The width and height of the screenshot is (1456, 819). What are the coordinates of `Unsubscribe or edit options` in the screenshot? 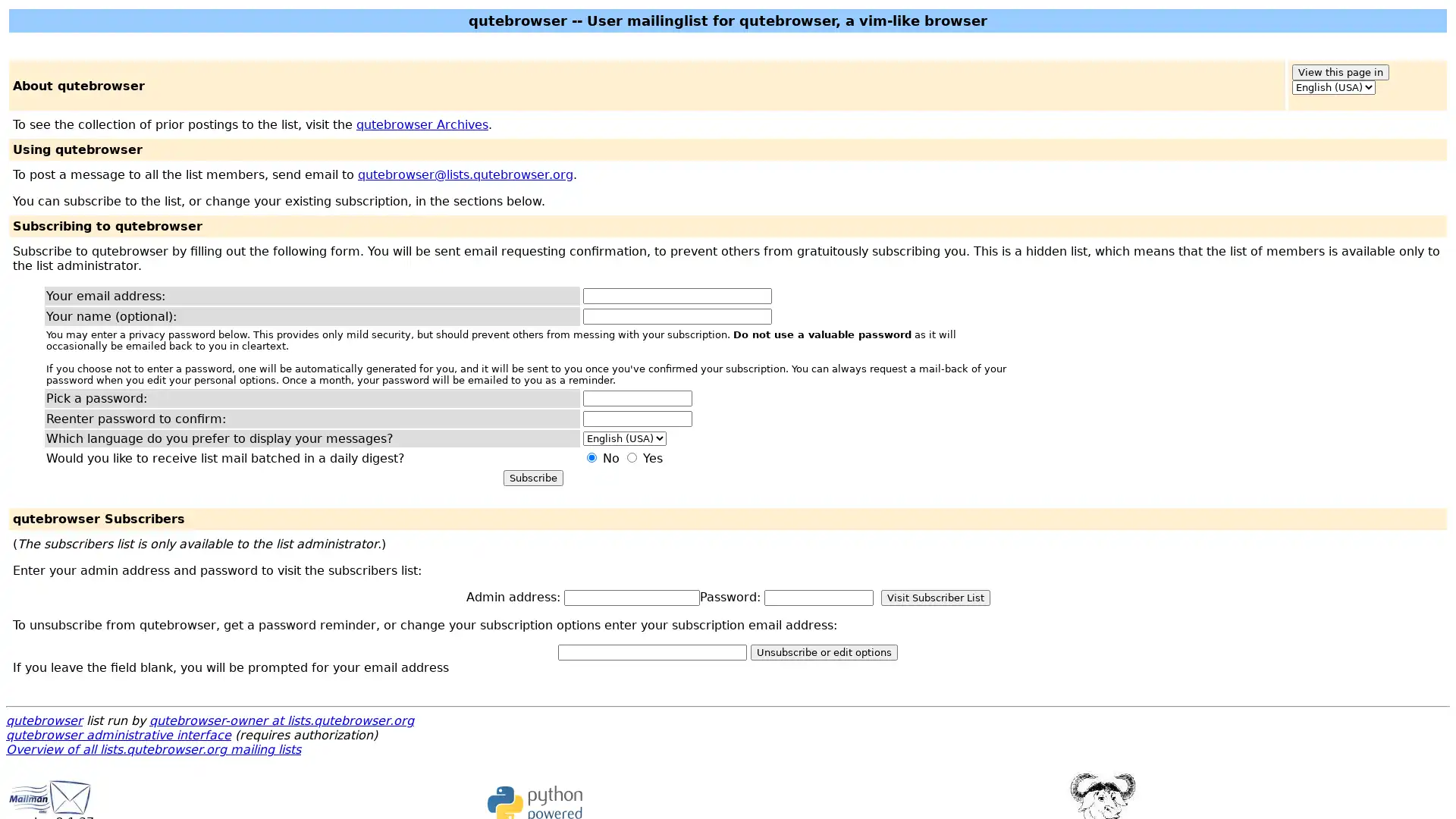 It's located at (823, 651).